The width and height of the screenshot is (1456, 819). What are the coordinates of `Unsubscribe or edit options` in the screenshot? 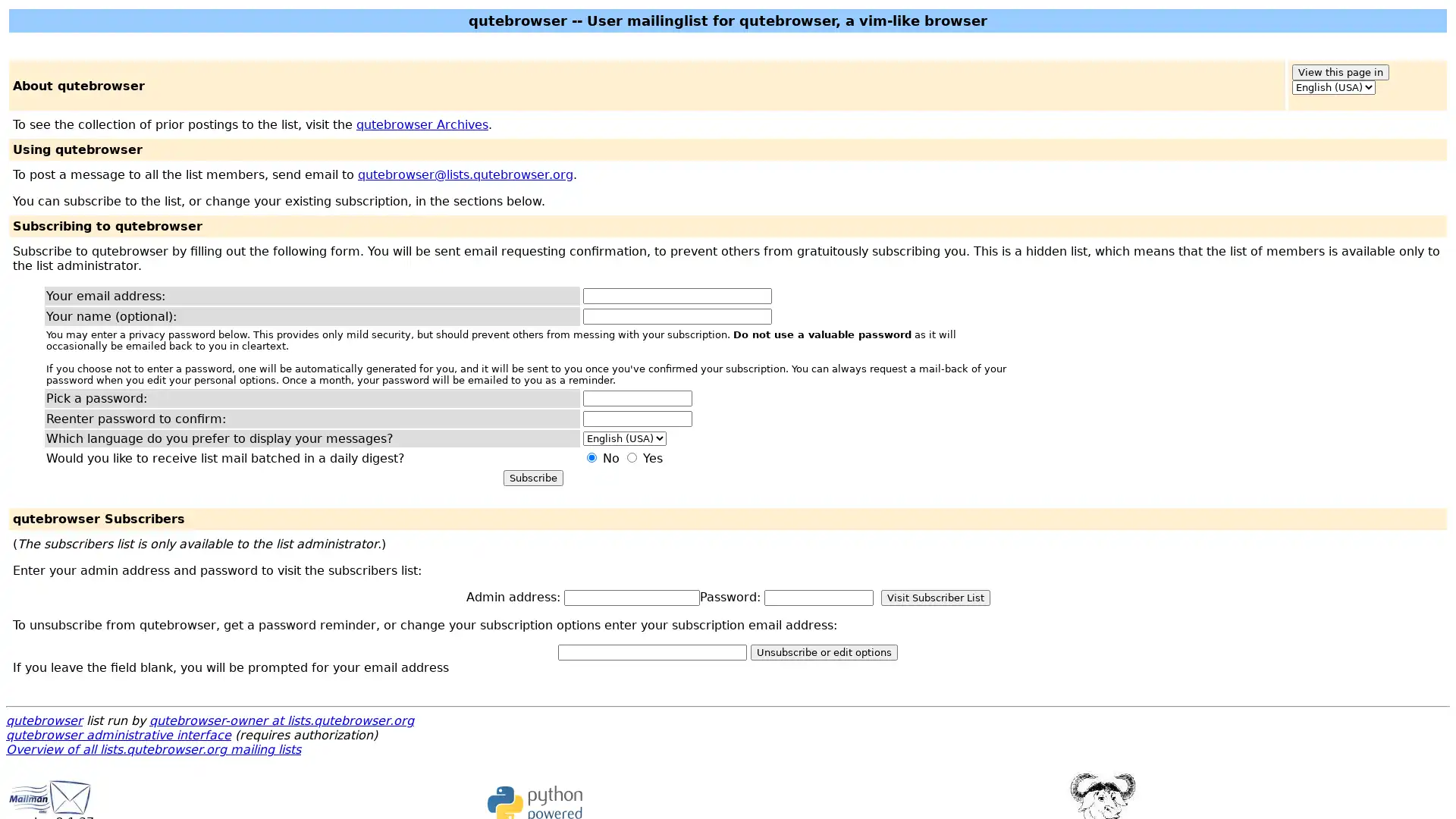 It's located at (823, 651).